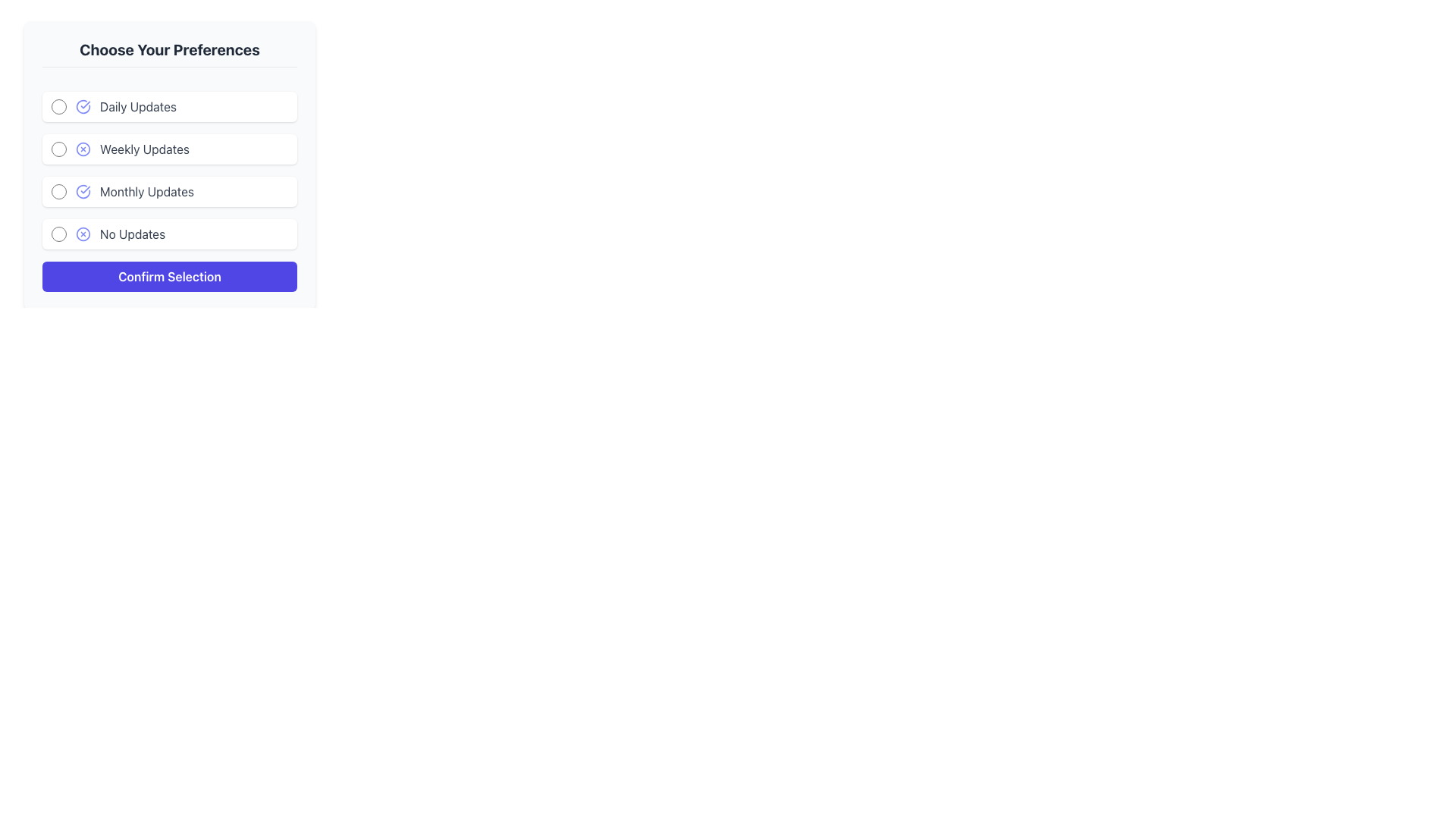  Describe the element at coordinates (146, 191) in the screenshot. I see `text displayed in the 'Monthly Updates' label located within the 'Choose Your Preferences' section` at that location.